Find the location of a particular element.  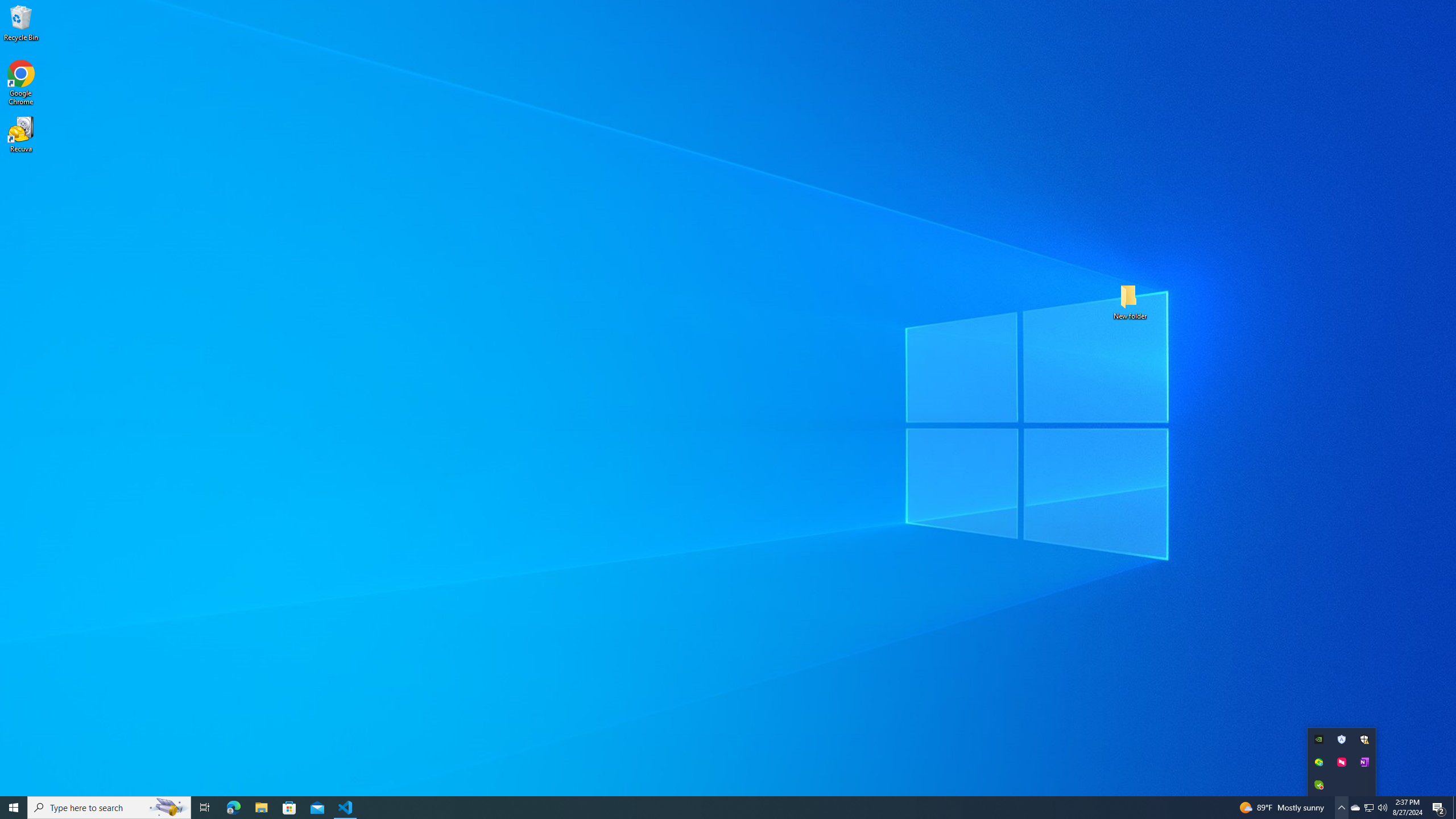

'NVIDIA Settings' is located at coordinates (1319, 739).